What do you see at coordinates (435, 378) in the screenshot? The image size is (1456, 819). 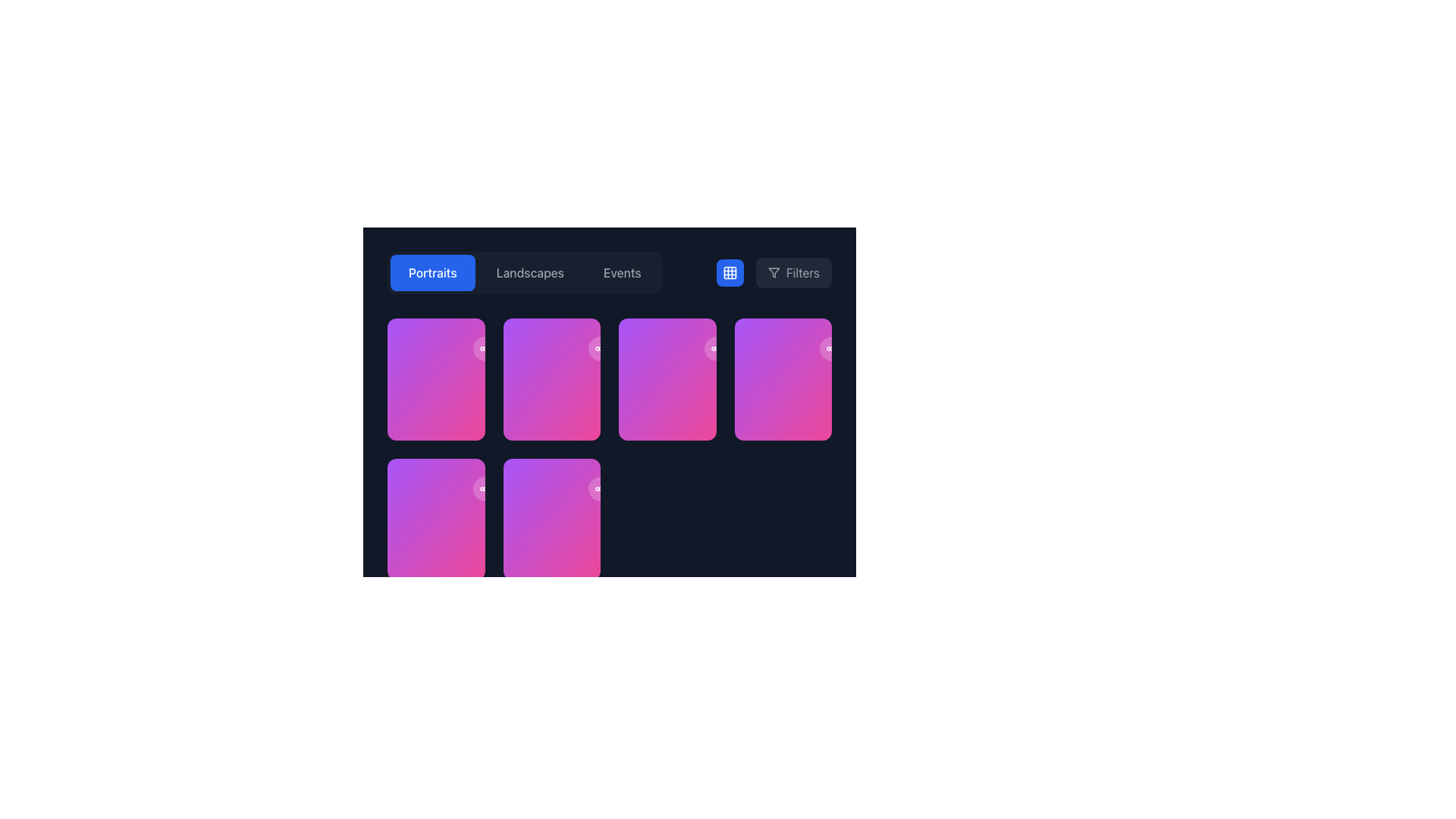 I see `the Interactive Card with a gradient background transitioning from purple to pink, located in the first row and first column of the grid layout` at bounding box center [435, 378].